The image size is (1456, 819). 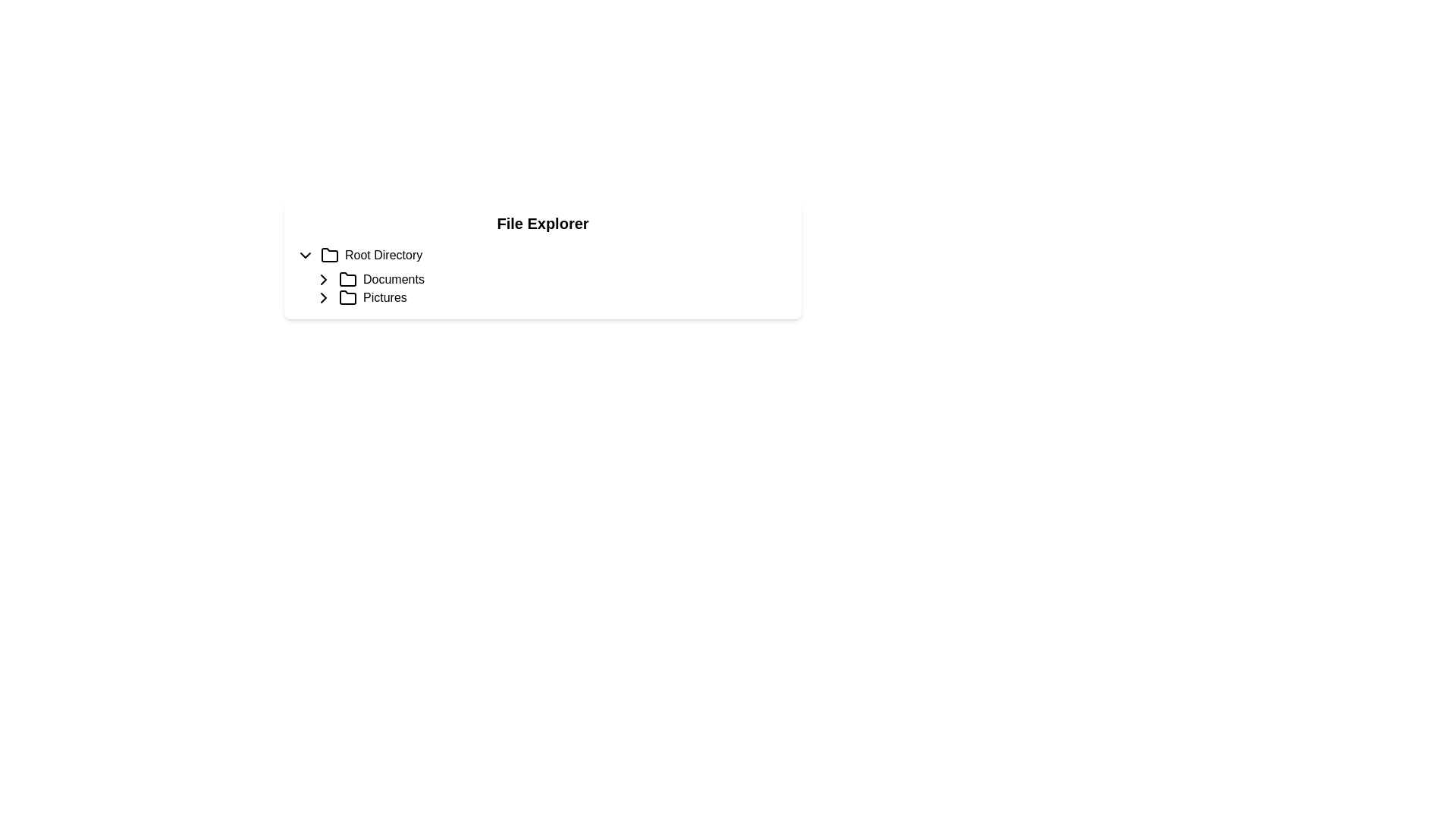 What do you see at coordinates (323, 298) in the screenshot?
I see `the Chevron Icon located to the left of the 'Pictures' folder label in the file tree` at bounding box center [323, 298].